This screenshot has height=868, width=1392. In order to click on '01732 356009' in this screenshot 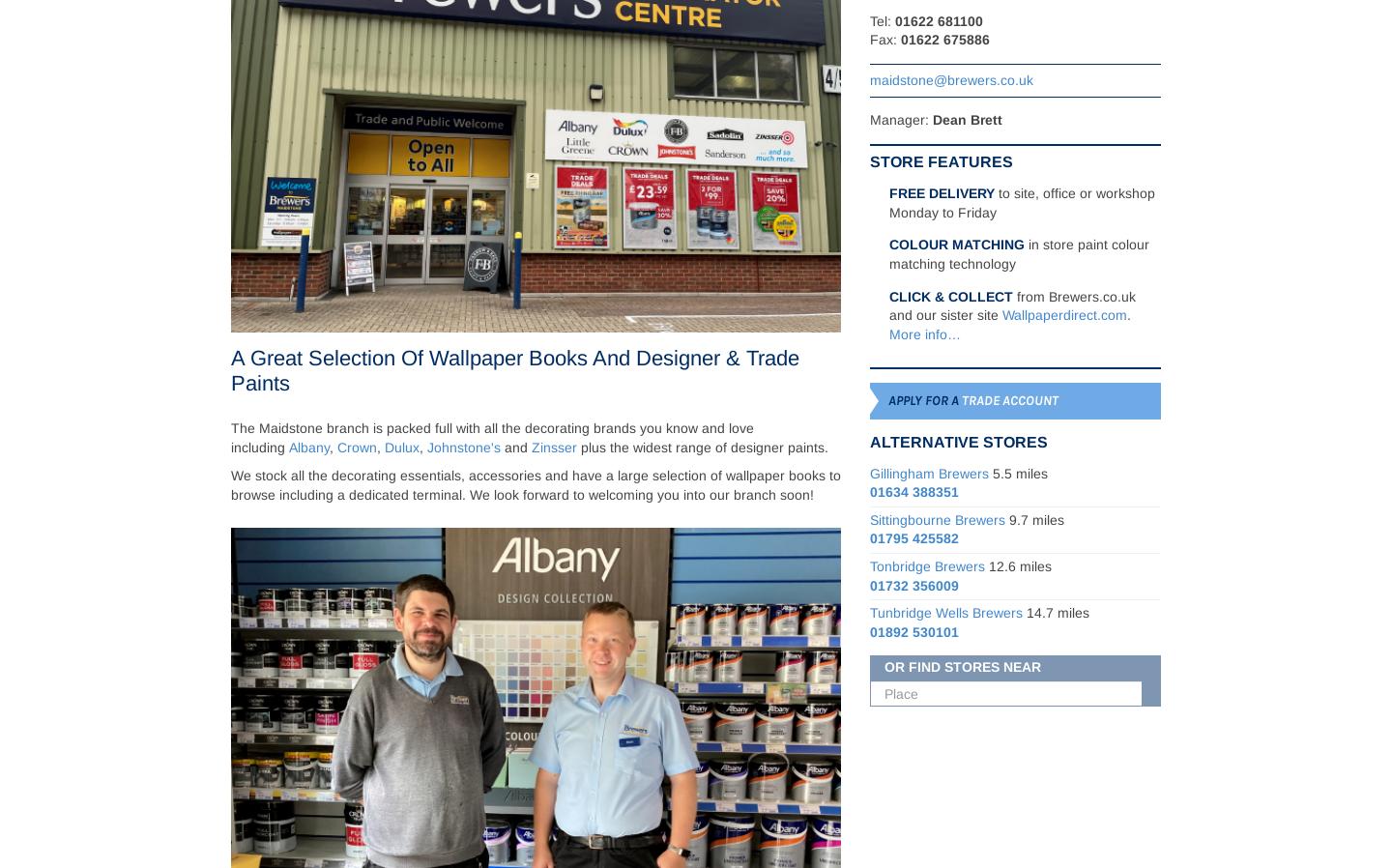, I will do `click(869, 583)`.